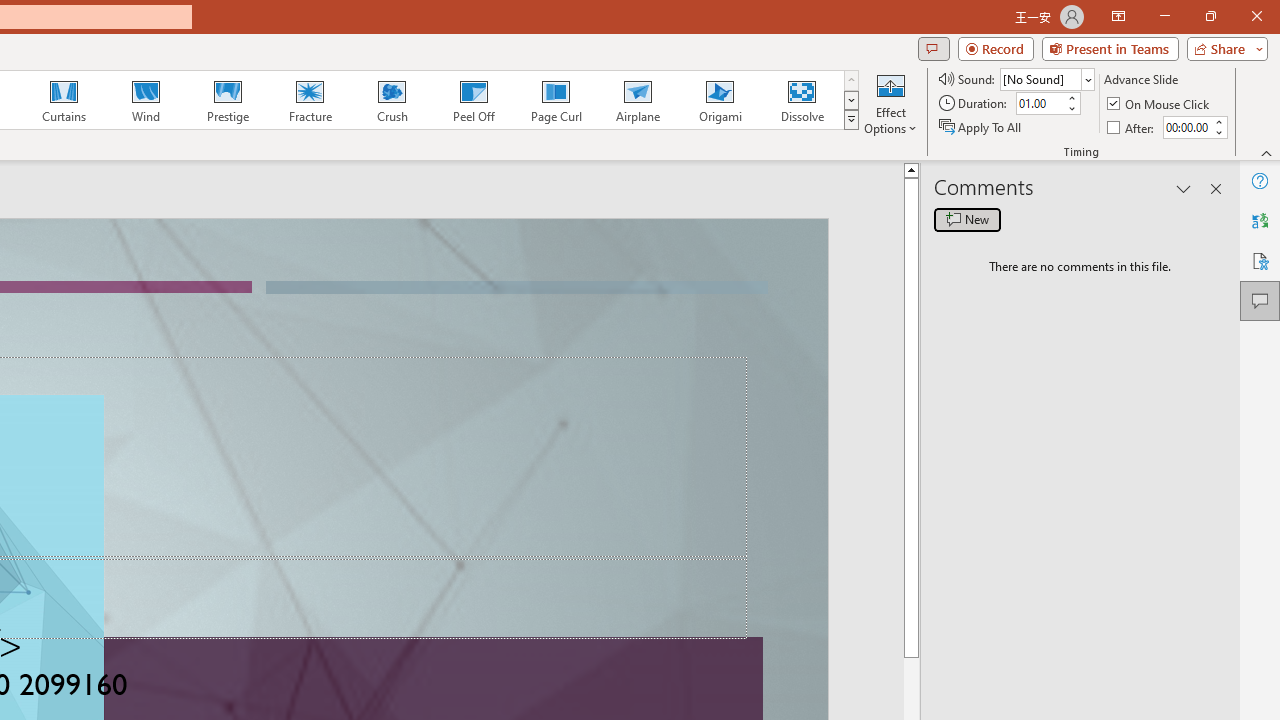 The image size is (1280, 720). What do you see at coordinates (1159, 103) in the screenshot?
I see `'On Mouse Click'` at bounding box center [1159, 103].